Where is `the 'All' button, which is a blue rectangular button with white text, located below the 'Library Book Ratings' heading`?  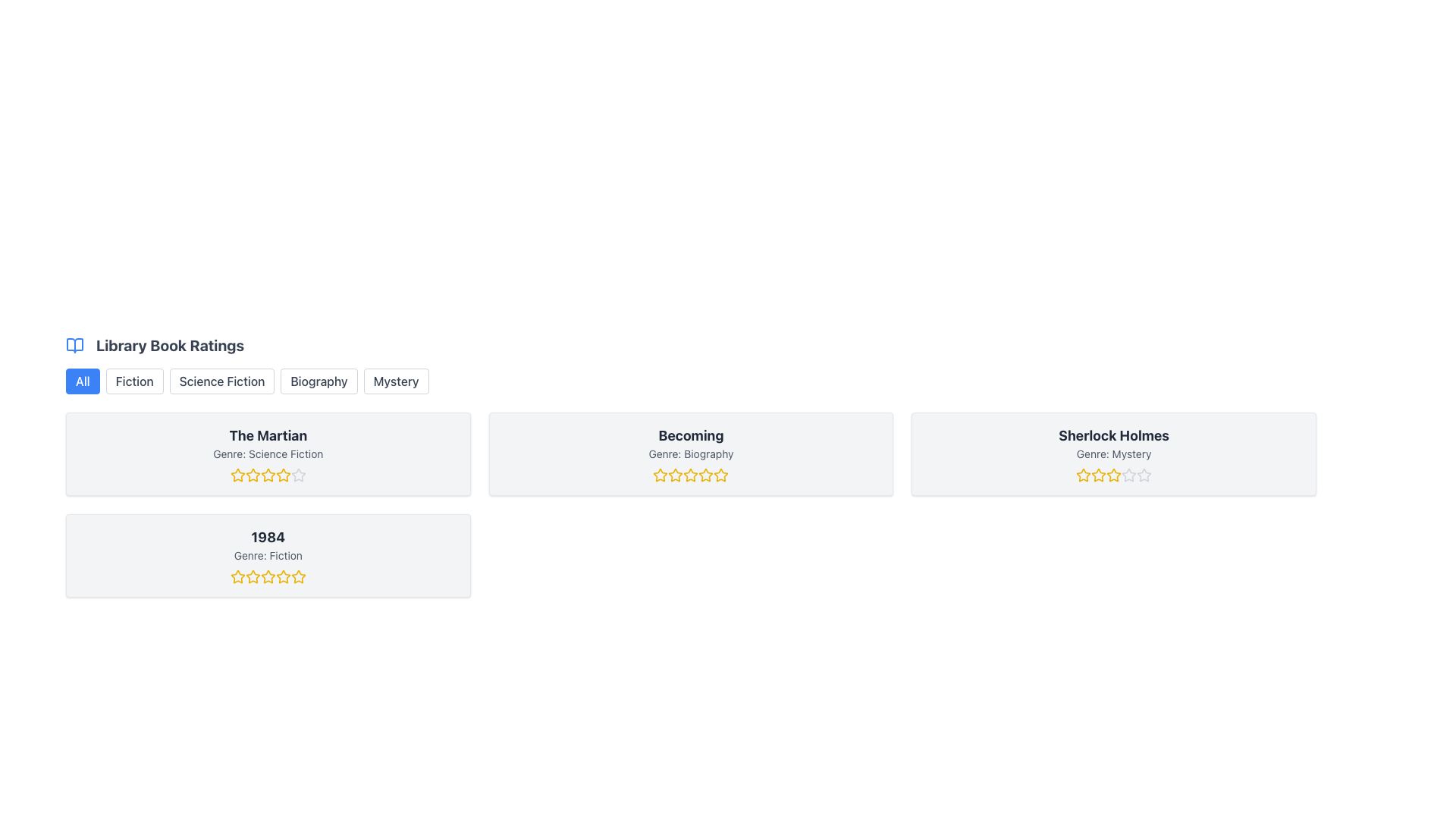 the 'All' button, which is a blue rectangular button with white text, located below the 'Library Book Ratings' heading is located at coordinates (82, 380).